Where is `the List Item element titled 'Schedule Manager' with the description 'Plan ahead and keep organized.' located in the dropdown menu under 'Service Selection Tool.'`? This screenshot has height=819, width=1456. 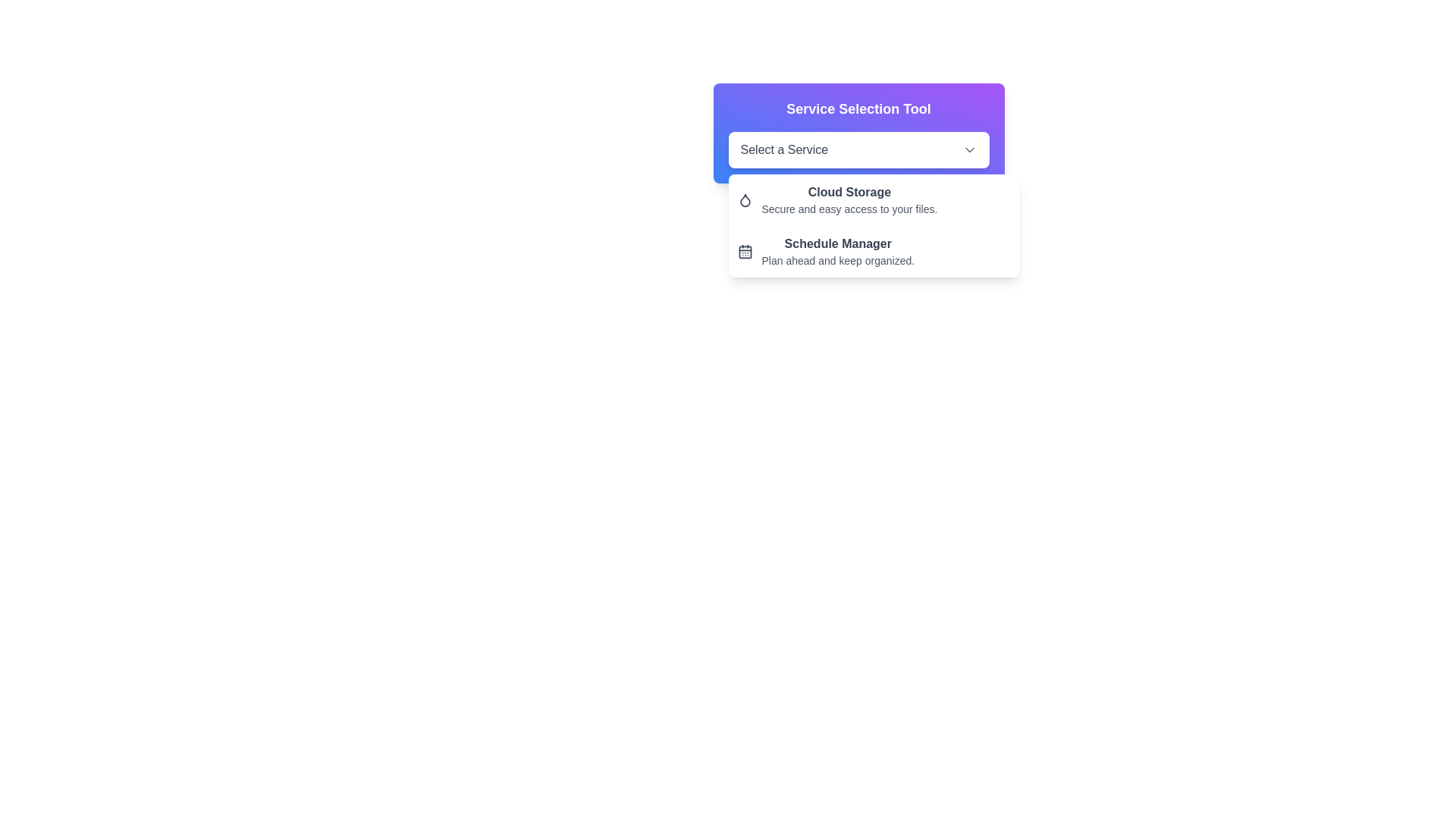 the List Item element titled 'Schedule Manager' with the description 'Plan ahead and keep organized.' located in the dropdown menu under 'Service Selection Tool.' is located at coordinates (874, 250).